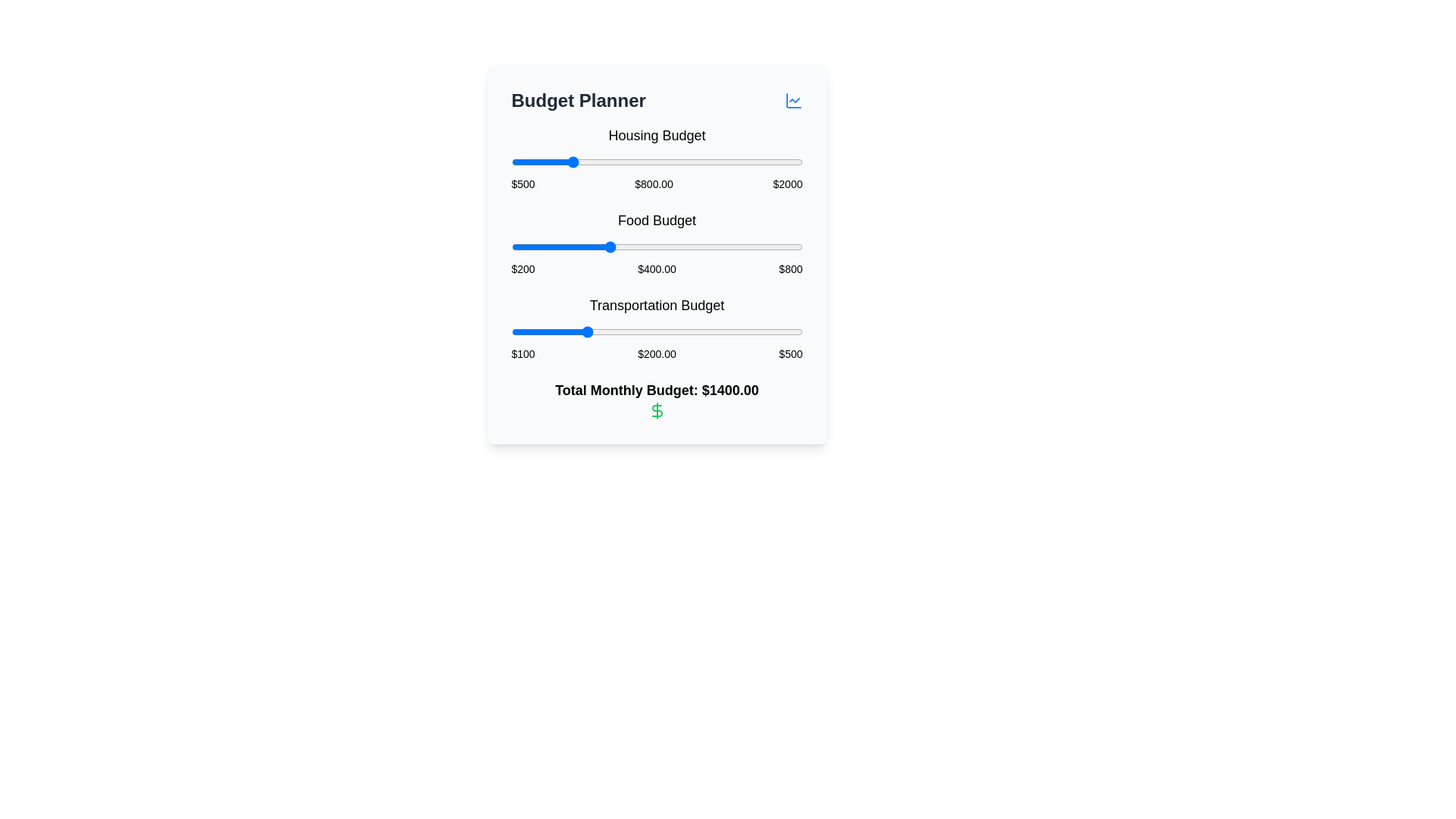 The height and width of the screenshot is (819, 1456). What do you see at coordinates (713, 331) in the screenshot?
I see `the transportation budget` at bounding box center [713, 331].